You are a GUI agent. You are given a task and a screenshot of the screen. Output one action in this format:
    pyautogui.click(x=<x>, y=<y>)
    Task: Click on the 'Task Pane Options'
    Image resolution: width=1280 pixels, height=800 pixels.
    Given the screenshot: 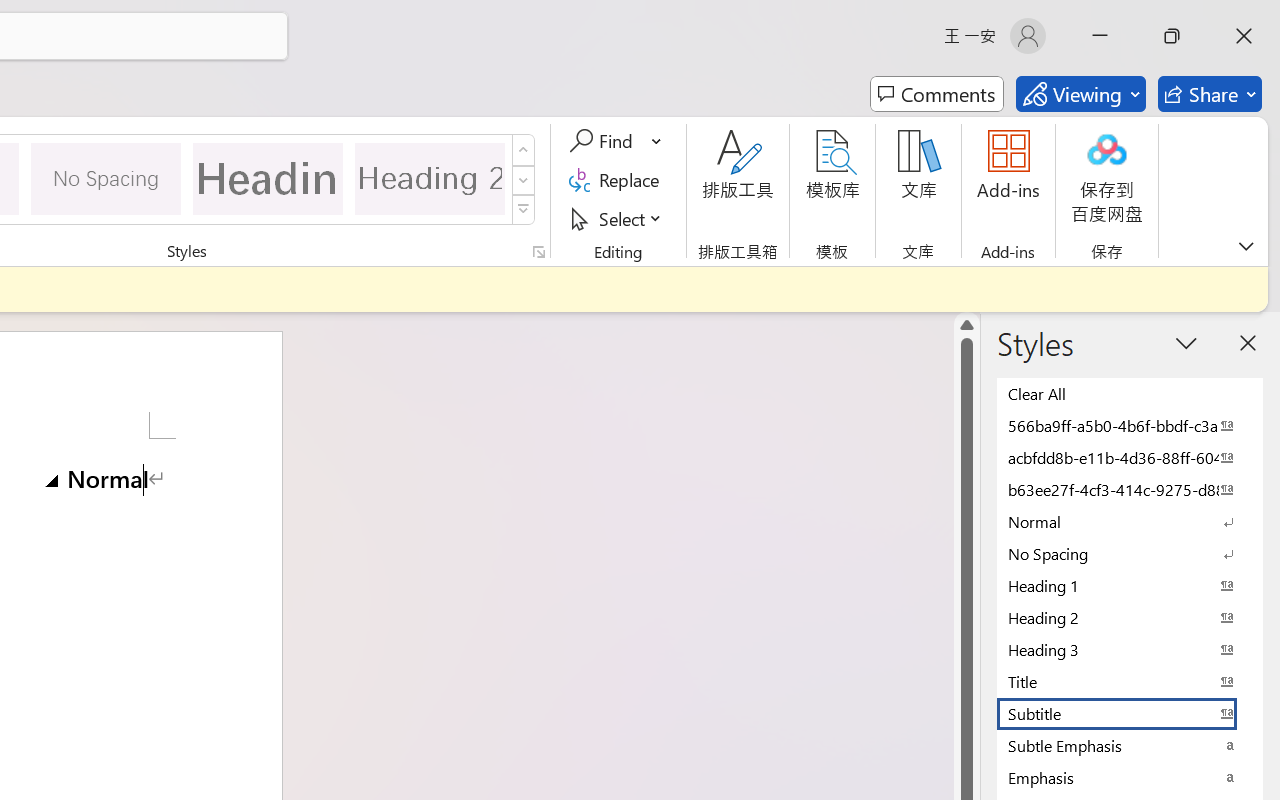 What is the action you would take?
    pyautogui.click(x=1187, y=343)
    